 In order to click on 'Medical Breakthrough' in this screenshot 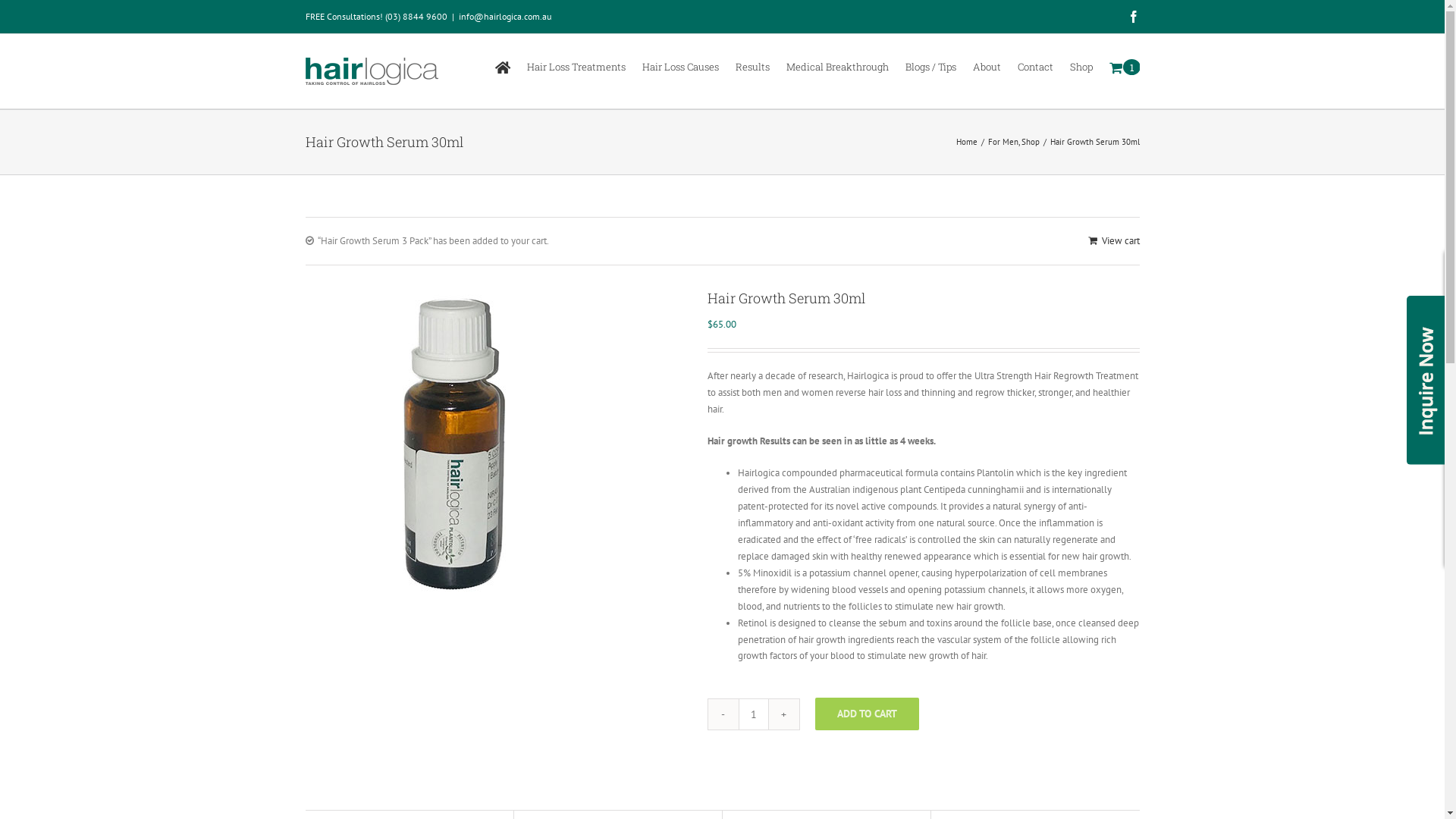, I will do `click(786, 65)`.